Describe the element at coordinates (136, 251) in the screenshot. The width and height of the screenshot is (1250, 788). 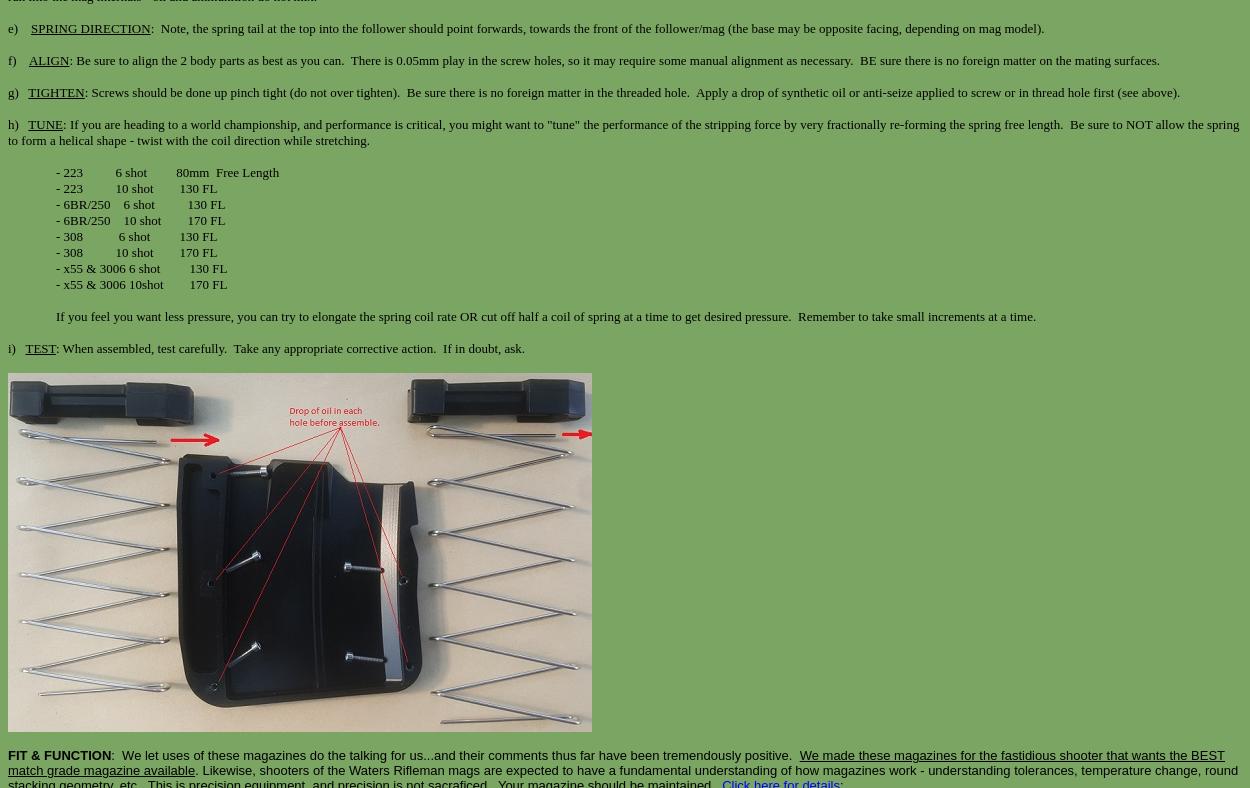
I see `'- 308          10 shot        170 FL'` at that location.